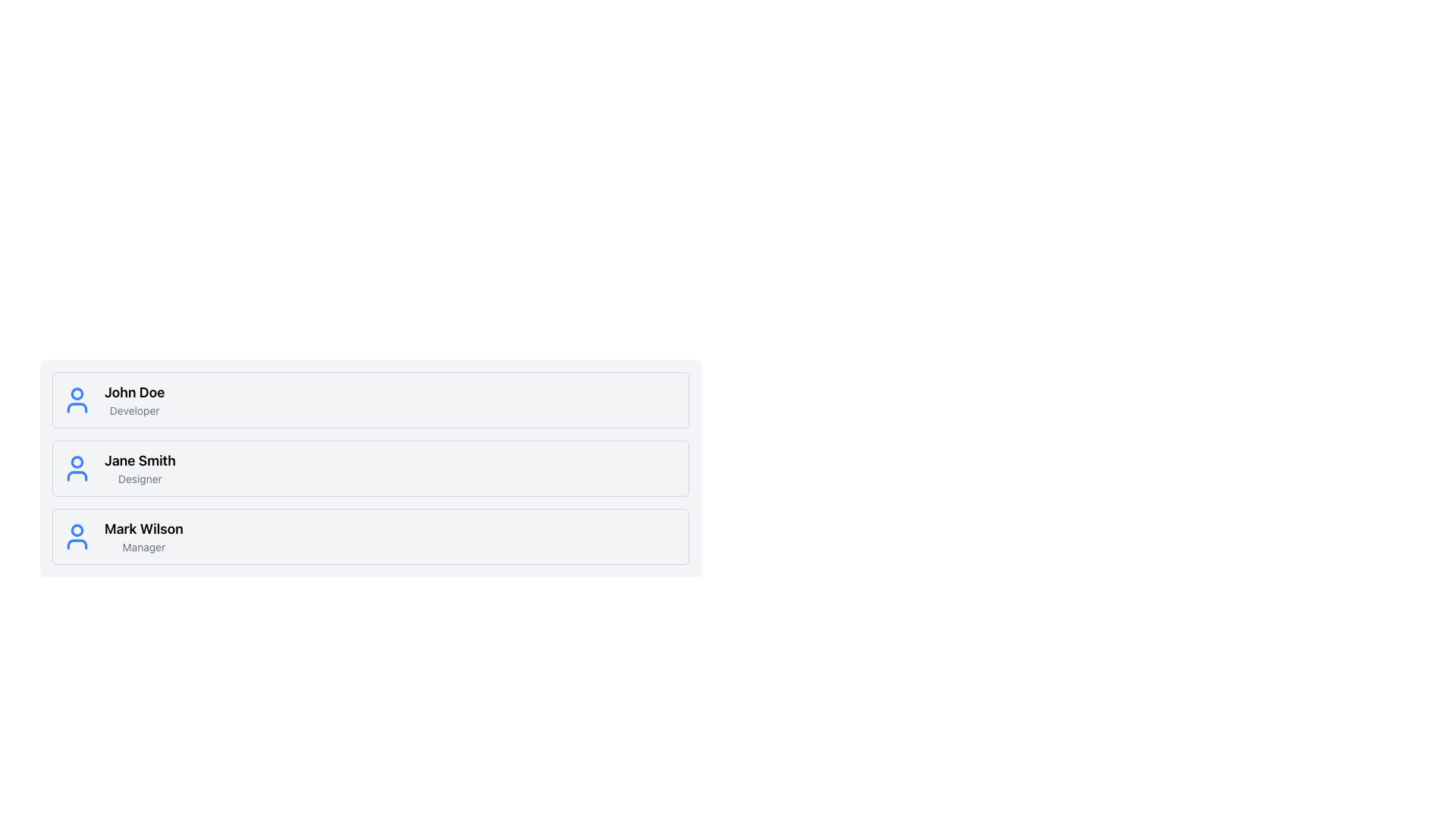 The width and height of the screenshot is (1456, 819). Describe the element at coordinates (371, 400) in the screenshot. I see `the card containing user information for 'John Doe'` at that location.